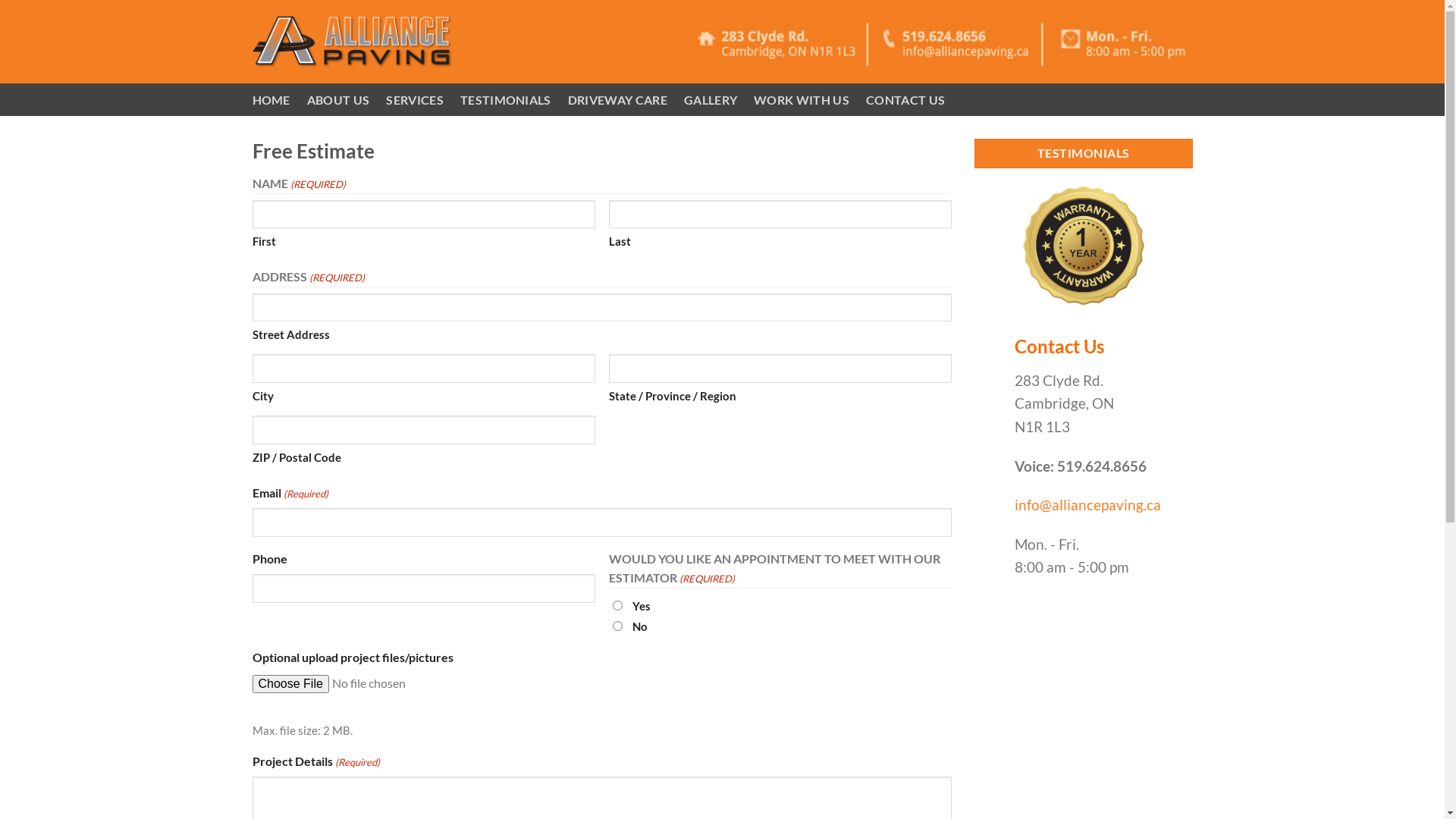  What do you see at coordinates (753, 99) in the screenshot?
I see `'WORK WITH US'` at bounding box center [753, 99].